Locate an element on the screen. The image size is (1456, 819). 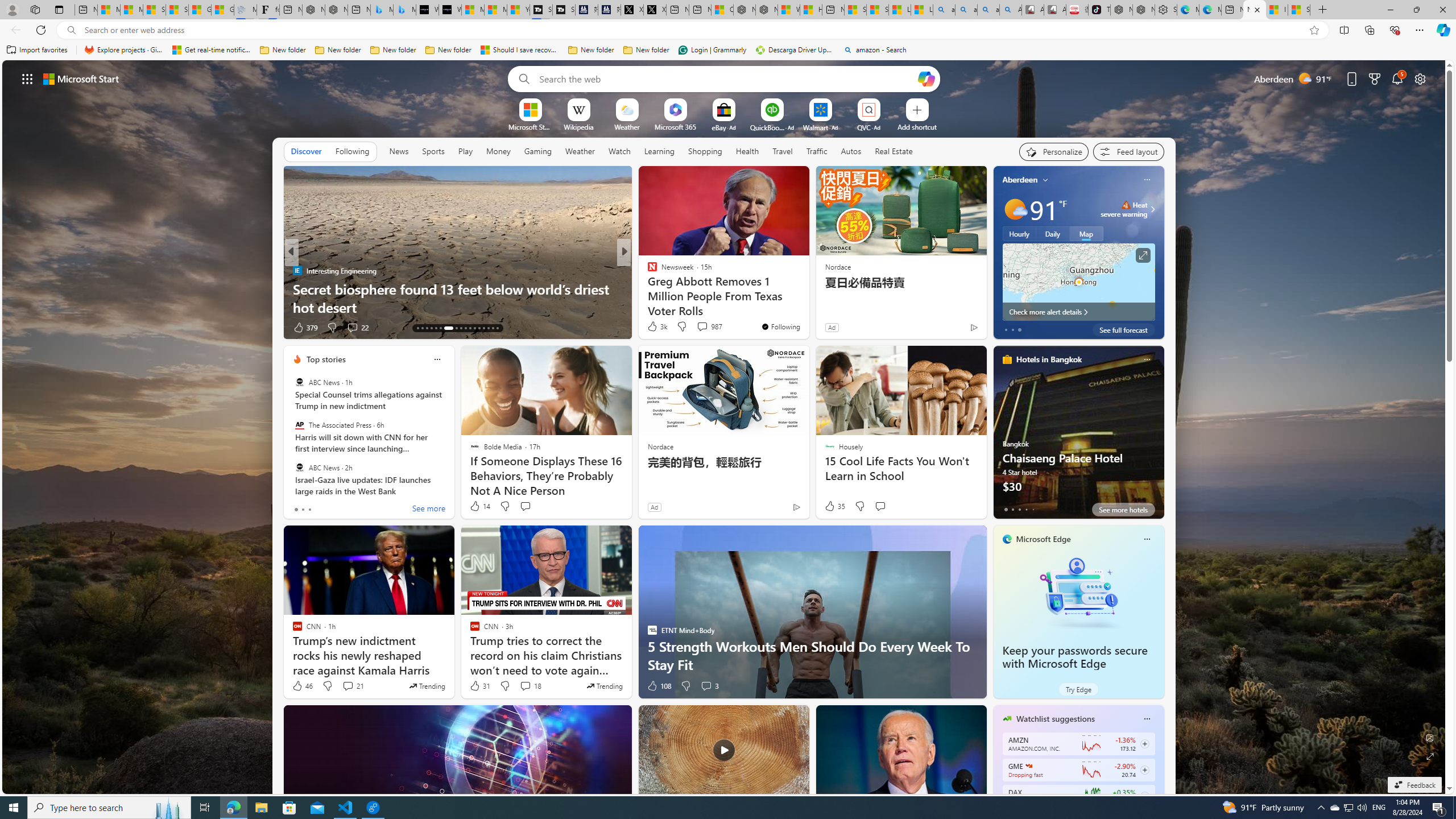
'View comments 3 Comment' is located at coordinates (709, 686).